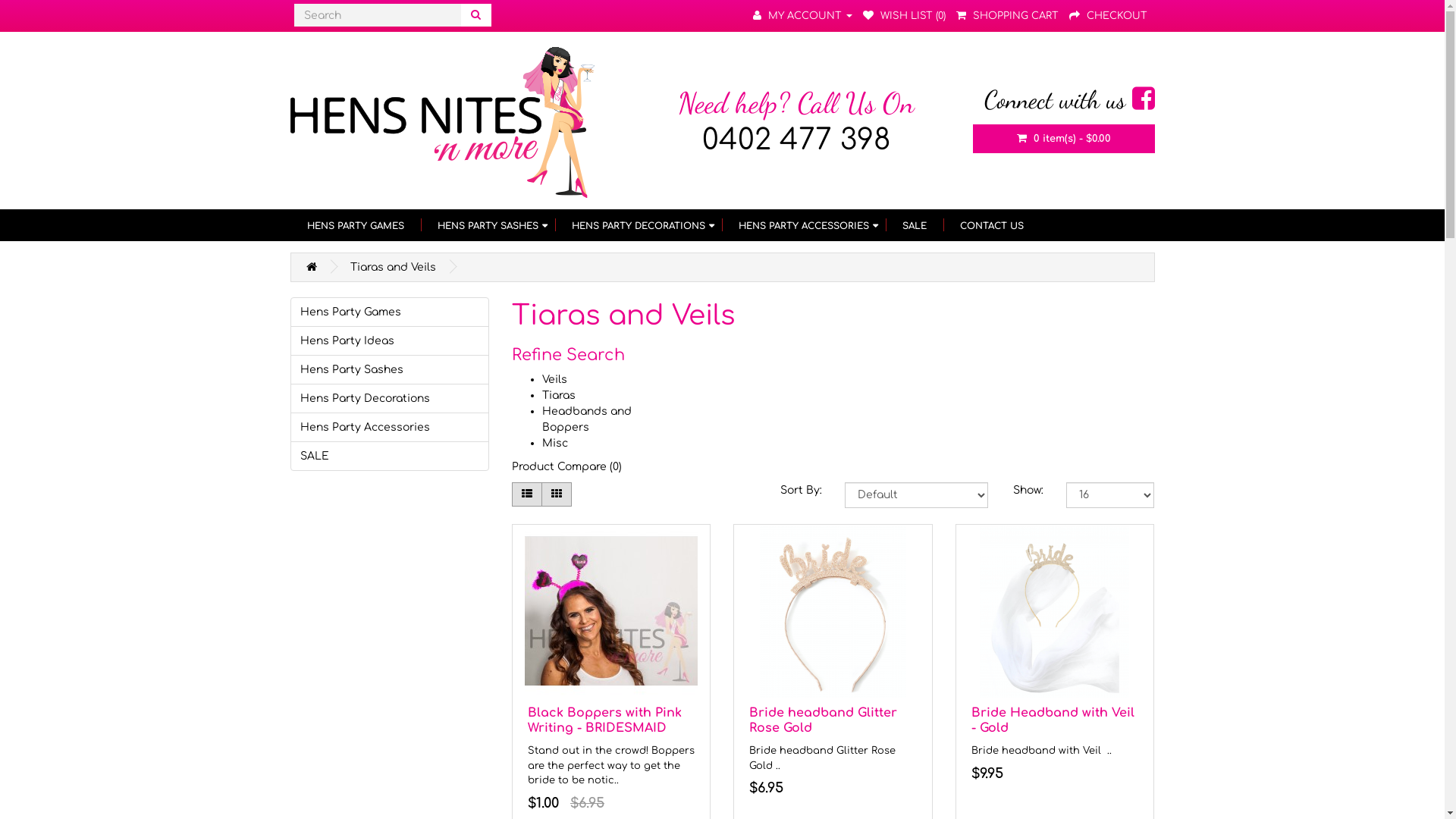 The width and height of the screenshot is (1456, 819). Describe the element at coordinates (389, 311) in the screenshot. I see `'Hens Party Games'` at that location.